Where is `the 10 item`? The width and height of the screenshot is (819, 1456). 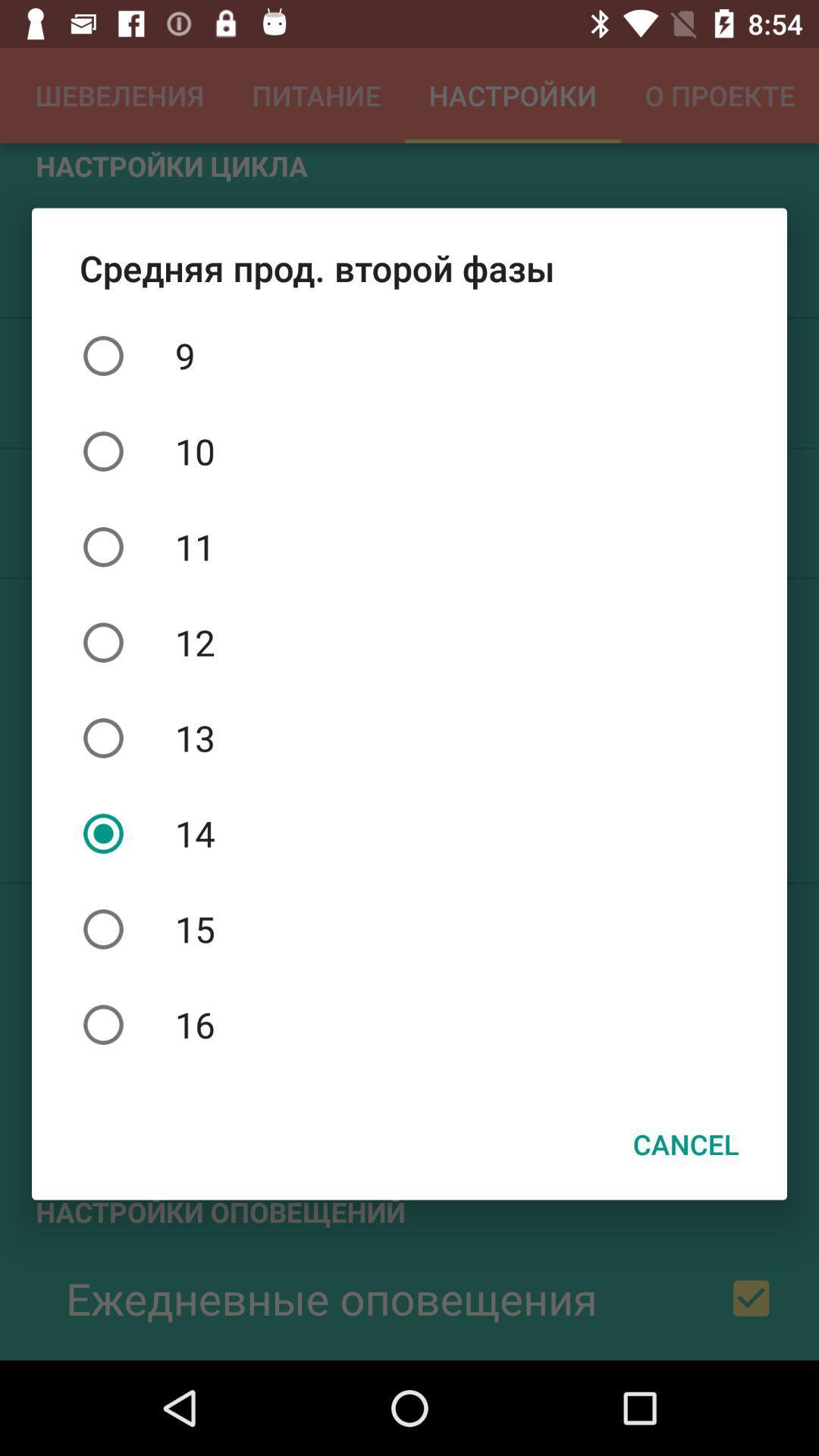 the 10 item is located at coordinates (409, 450).